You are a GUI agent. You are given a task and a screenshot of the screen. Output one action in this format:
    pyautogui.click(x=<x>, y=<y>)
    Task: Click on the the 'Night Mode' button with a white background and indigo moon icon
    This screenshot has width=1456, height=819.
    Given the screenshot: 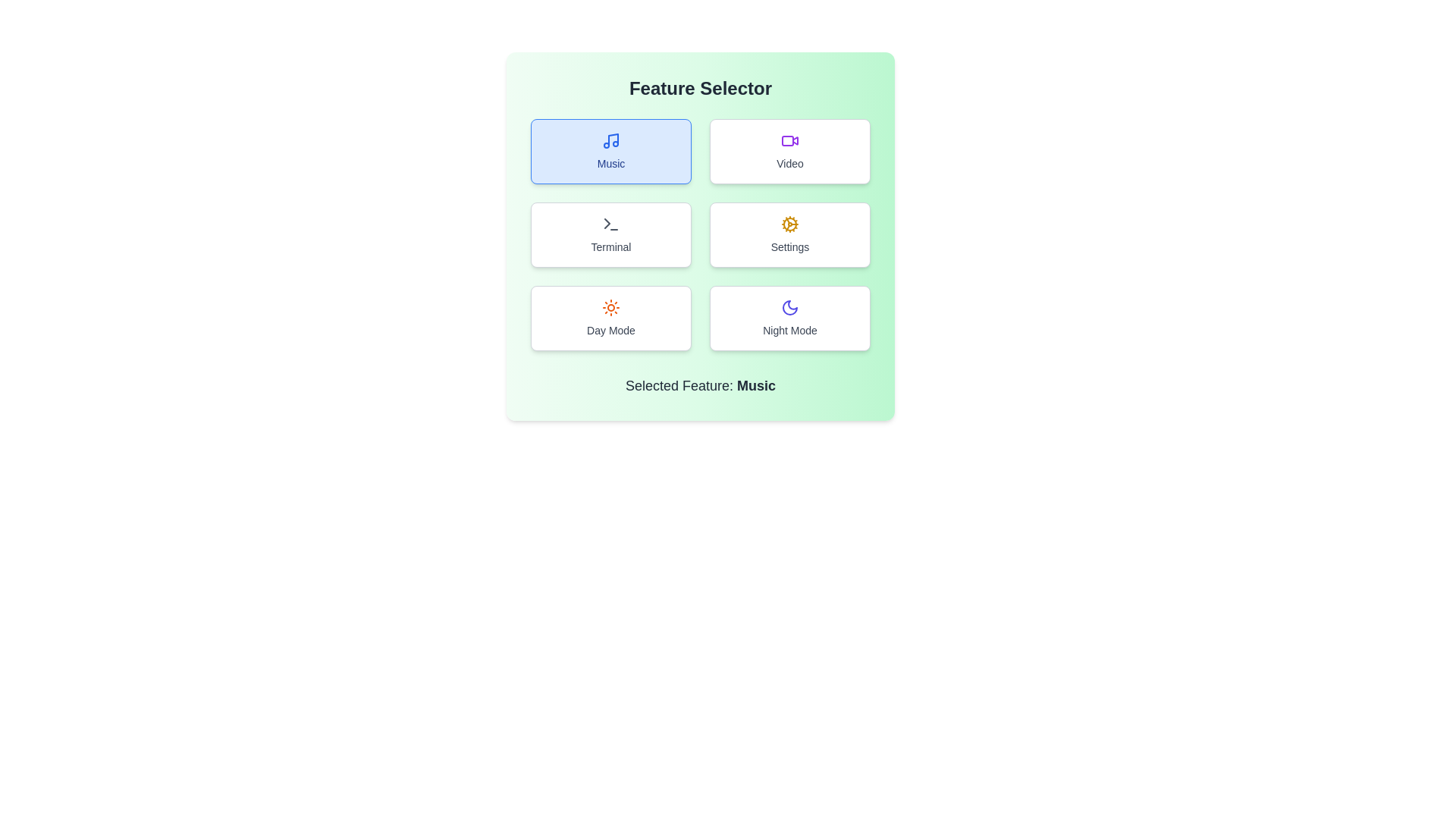 What is the action you would take?
    pyautogui.click(x=789, y=318)
    